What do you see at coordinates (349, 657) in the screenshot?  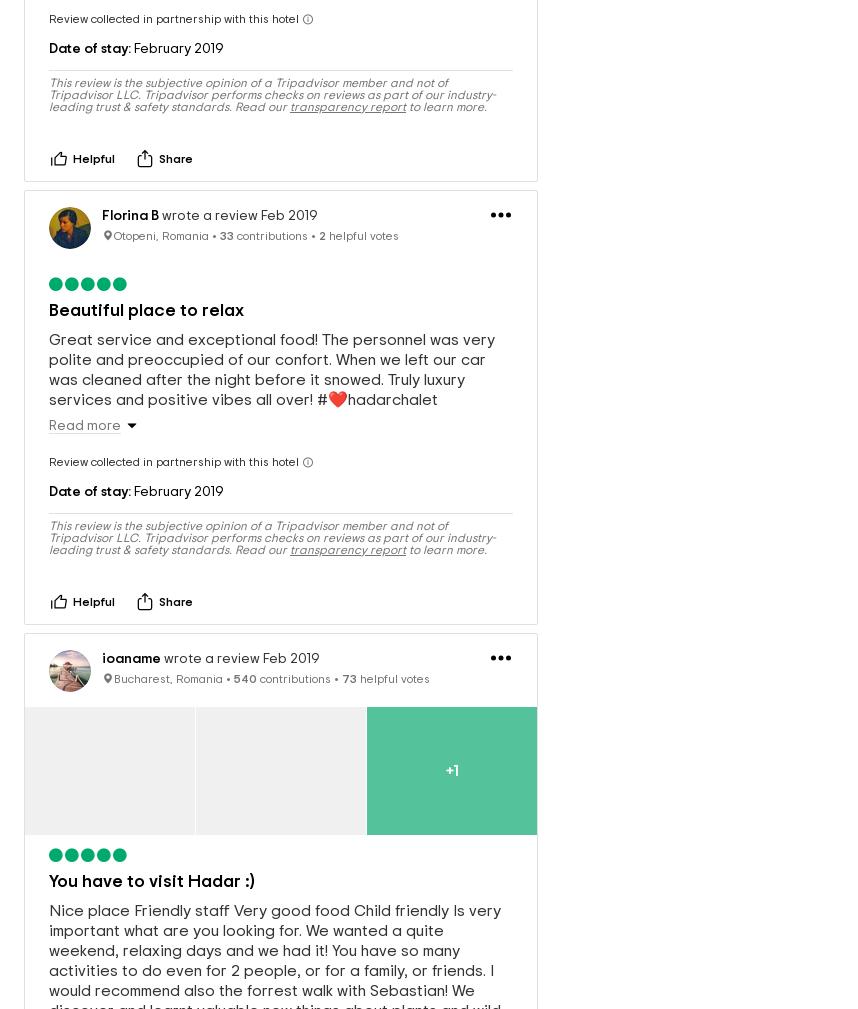 I see `'73'` at bounding box center [349, 657].